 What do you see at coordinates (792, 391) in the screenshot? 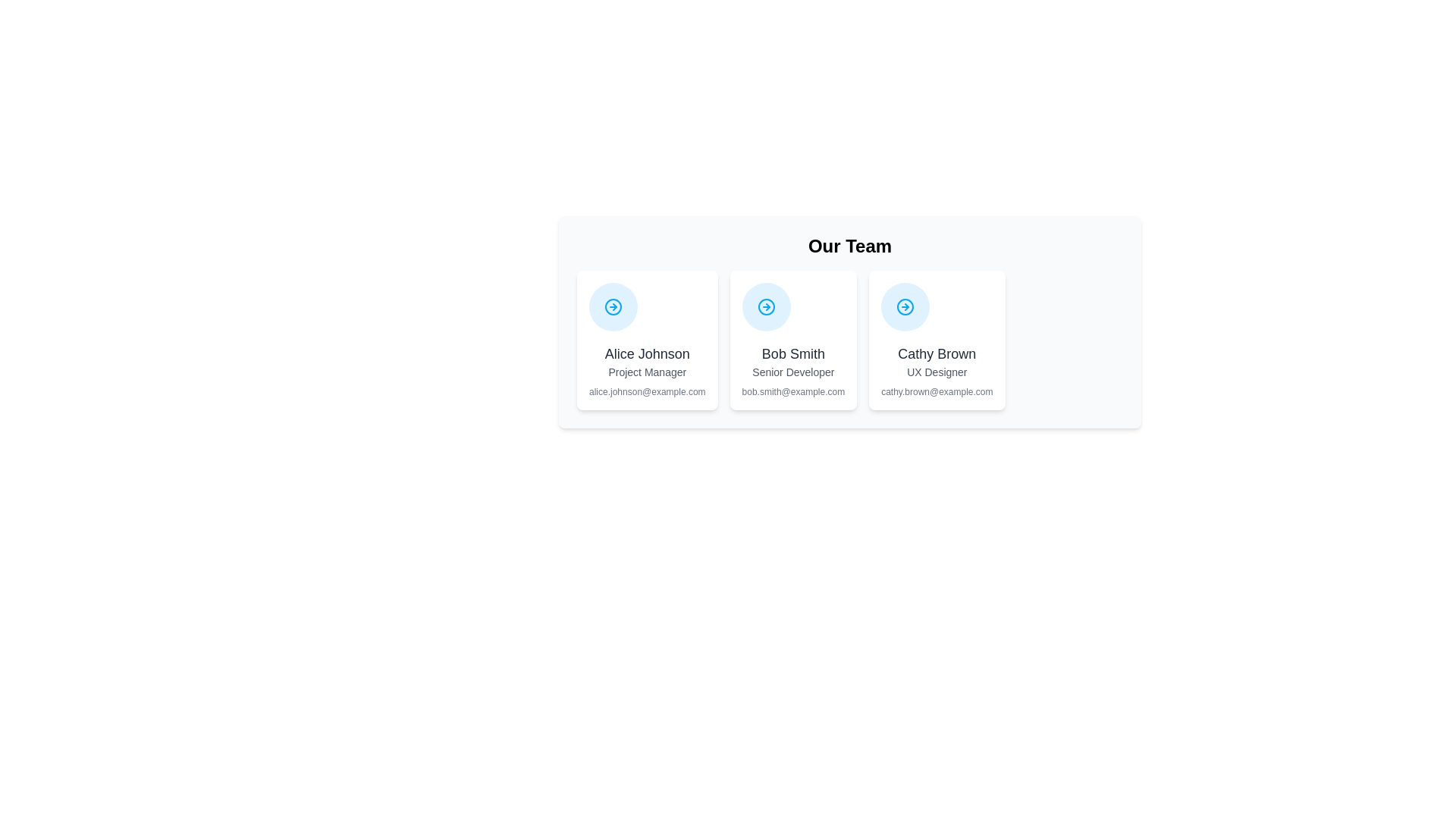
I see `the email address of 'Bob Smith' displayed in the text label for copying` at bounding box center [792, 391].